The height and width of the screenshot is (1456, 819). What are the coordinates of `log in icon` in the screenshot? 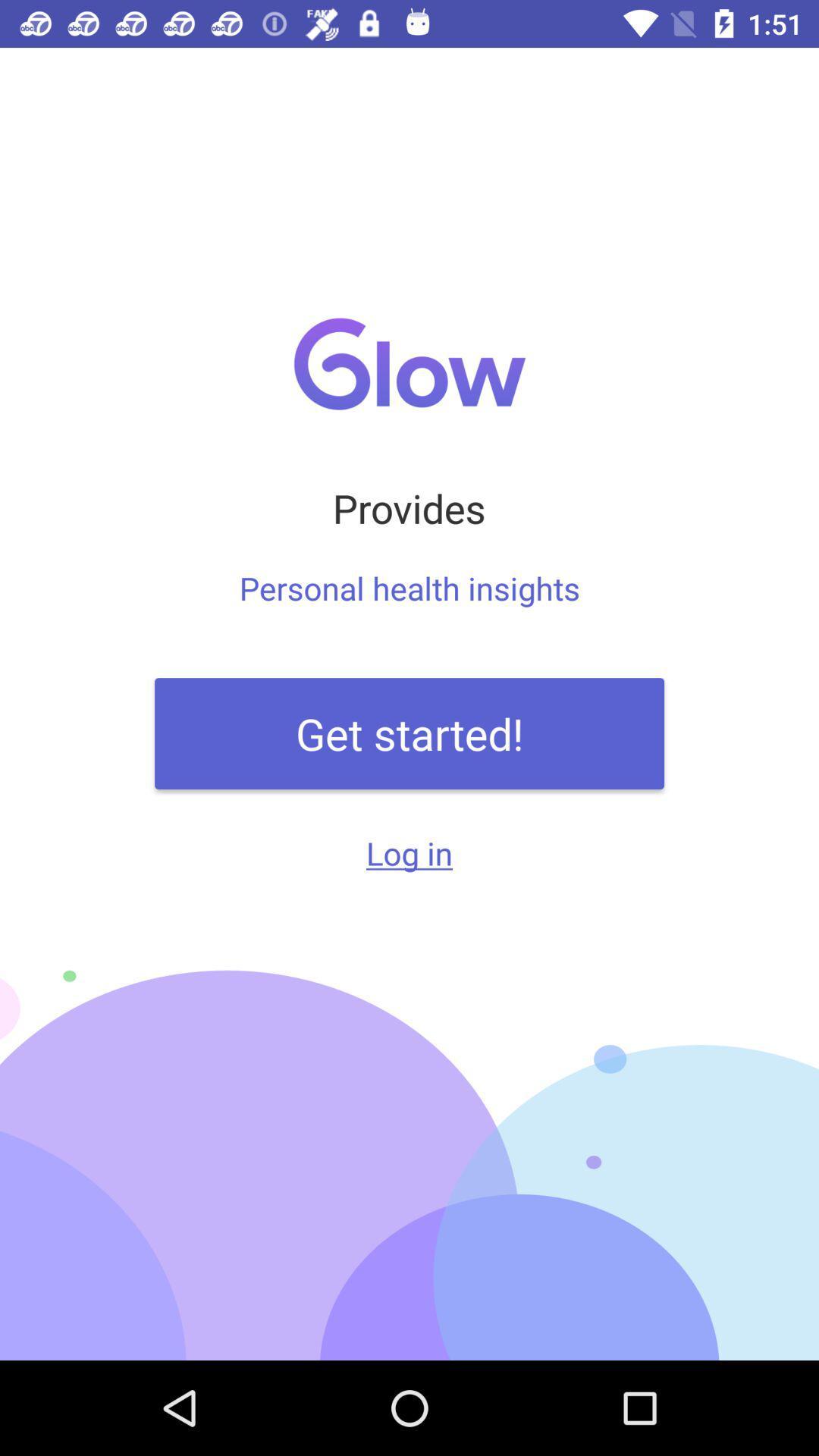 It's located at (409, 852).